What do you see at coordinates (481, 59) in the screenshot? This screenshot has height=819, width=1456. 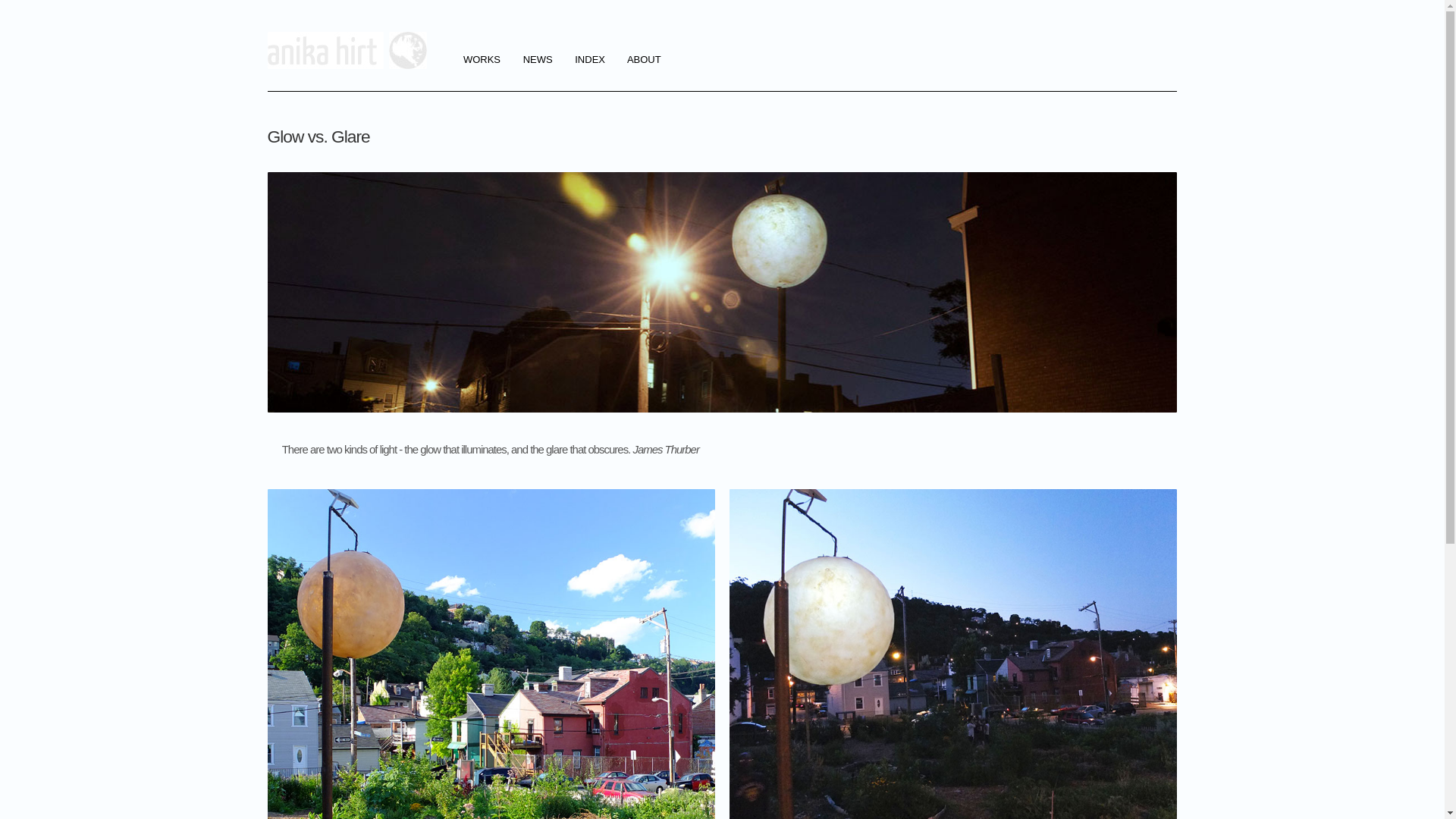 I see `'WORKS'` at bounding box center [481, 59].